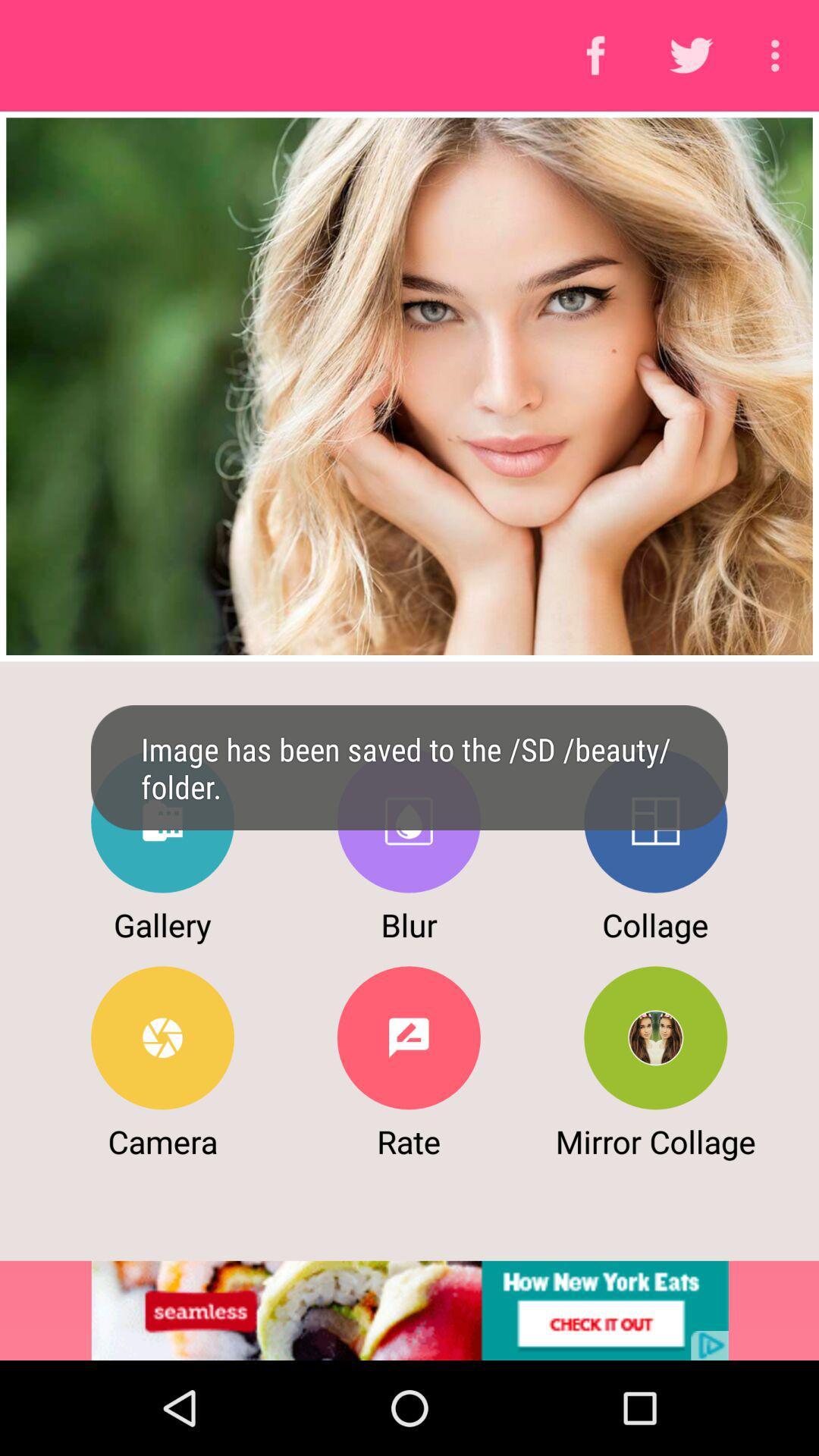  Describe the element at coordinates (162, 821) in the screenshot. I see `gellery` at that location.